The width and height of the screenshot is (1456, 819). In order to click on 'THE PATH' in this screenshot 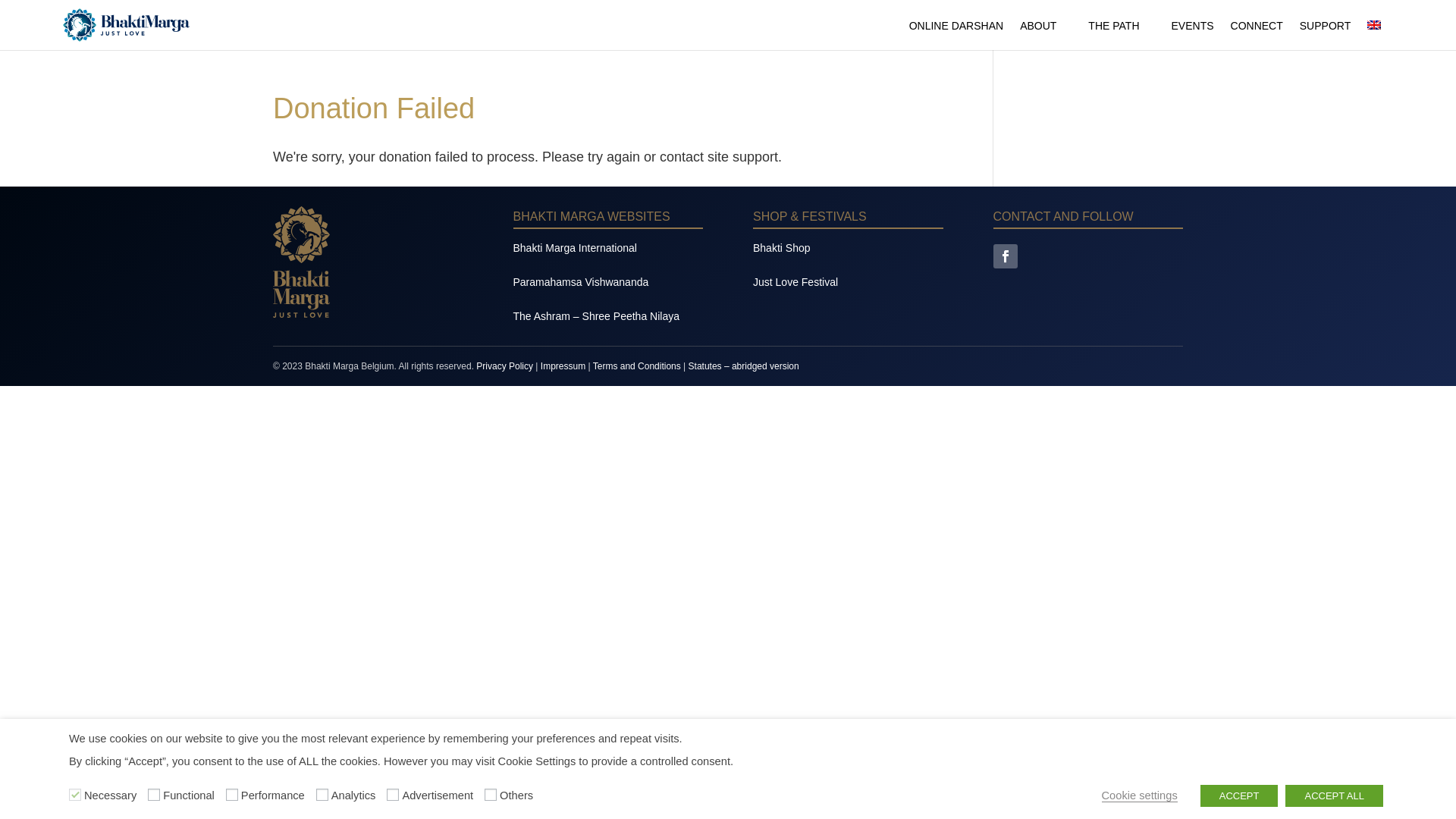, I will do `click(1121, 34)`.